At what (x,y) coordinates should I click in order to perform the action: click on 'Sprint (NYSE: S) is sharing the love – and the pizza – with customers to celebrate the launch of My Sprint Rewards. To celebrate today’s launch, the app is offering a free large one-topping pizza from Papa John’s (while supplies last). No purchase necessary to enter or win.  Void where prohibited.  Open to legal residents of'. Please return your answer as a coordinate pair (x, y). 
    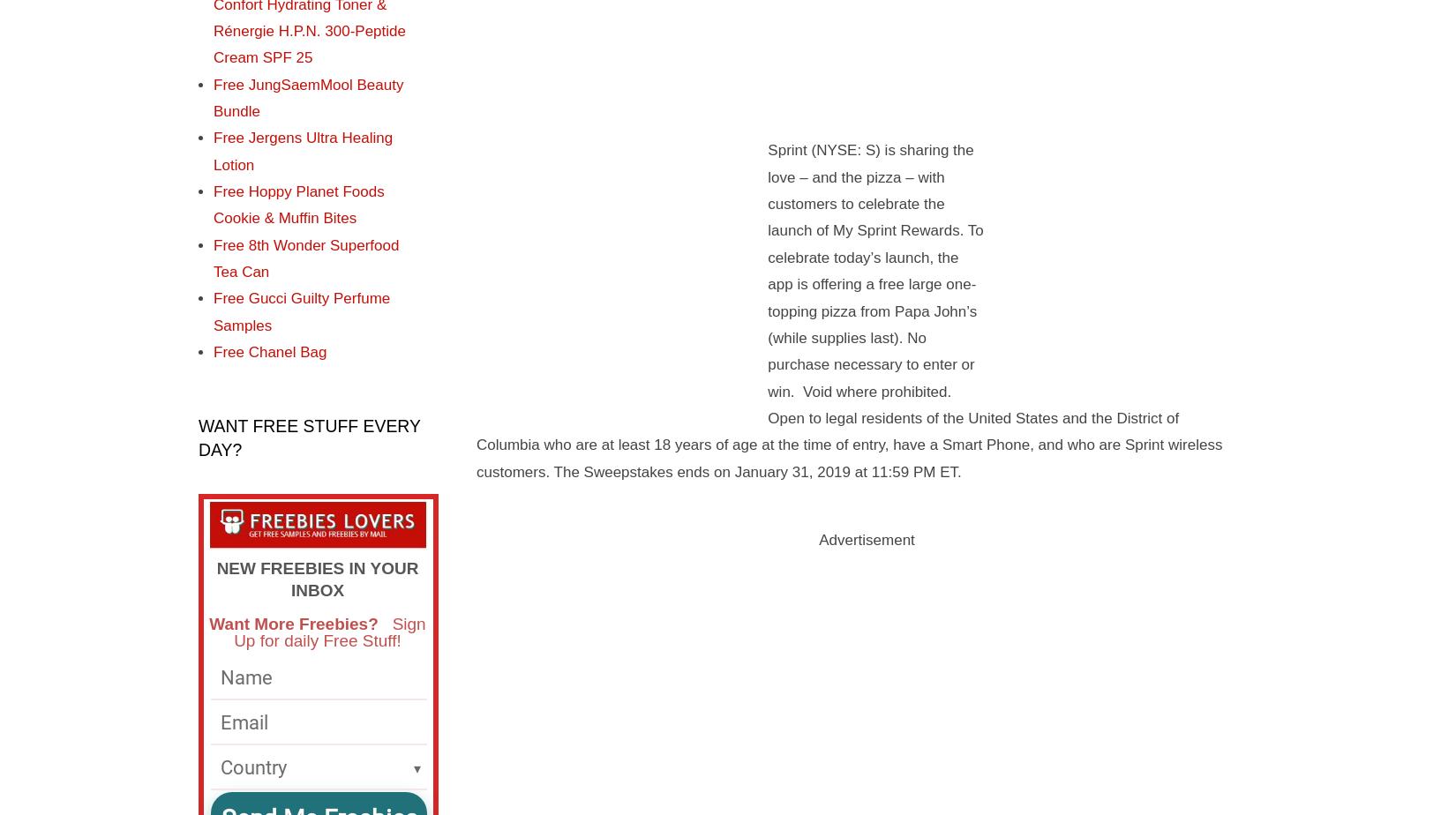
    Looking at the image, I should click on (768, 284).